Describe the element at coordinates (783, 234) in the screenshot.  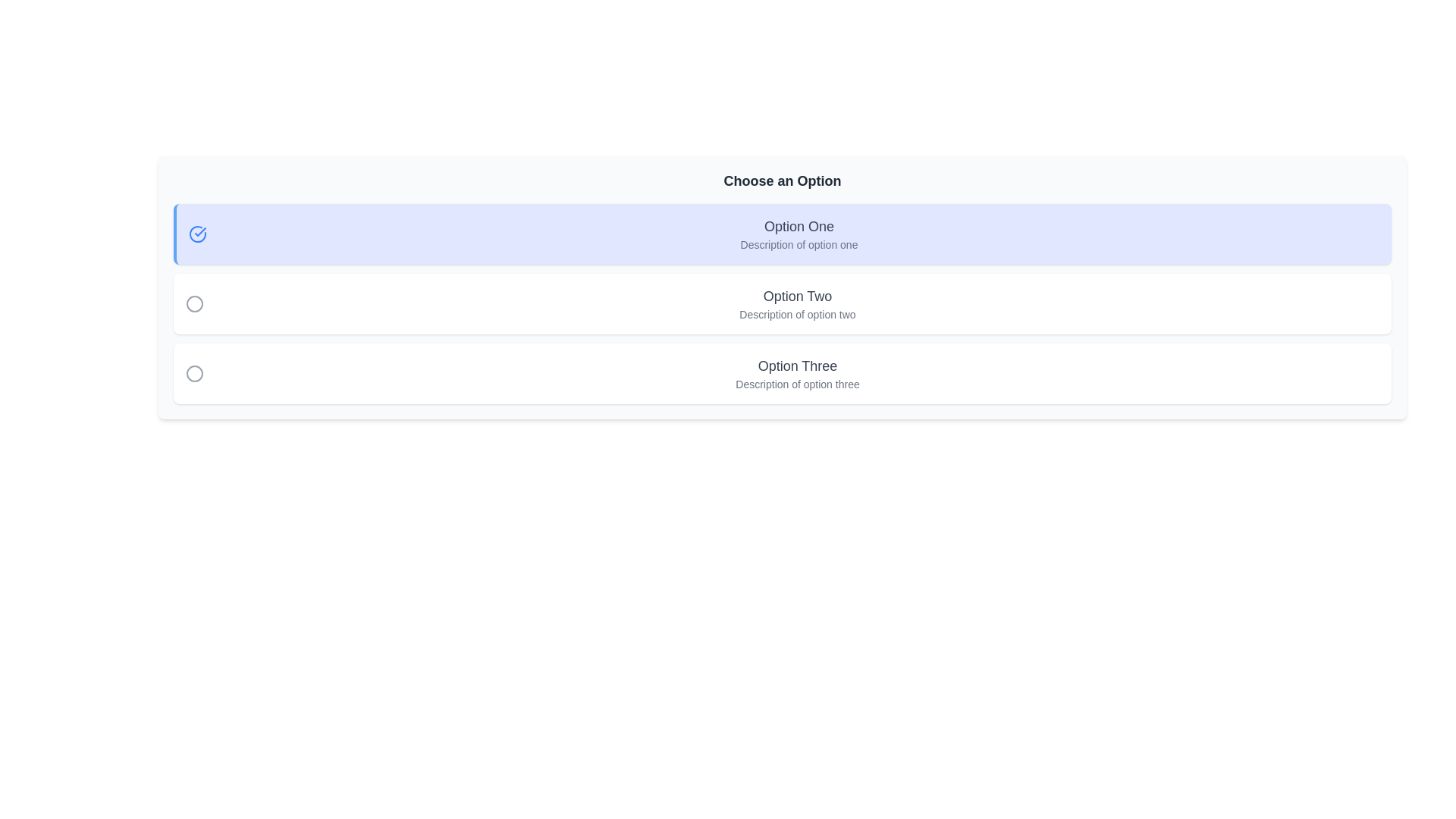
I see `the first button in the vertically stacked group of options, located below the heading 'Choose an Option'` at that location.